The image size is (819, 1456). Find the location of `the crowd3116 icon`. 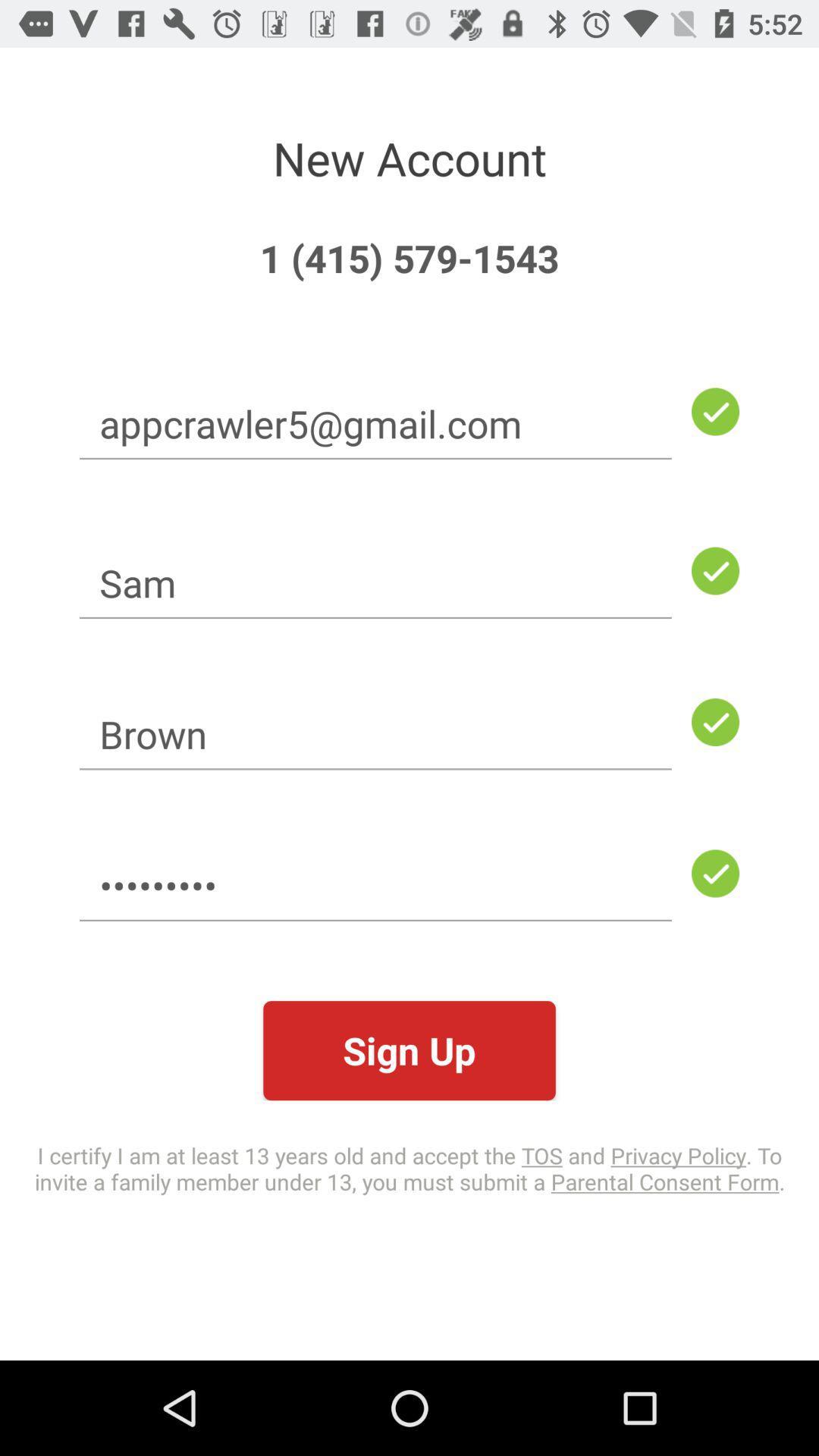

the crowd3116 icon is located at coordinates (375, 885).